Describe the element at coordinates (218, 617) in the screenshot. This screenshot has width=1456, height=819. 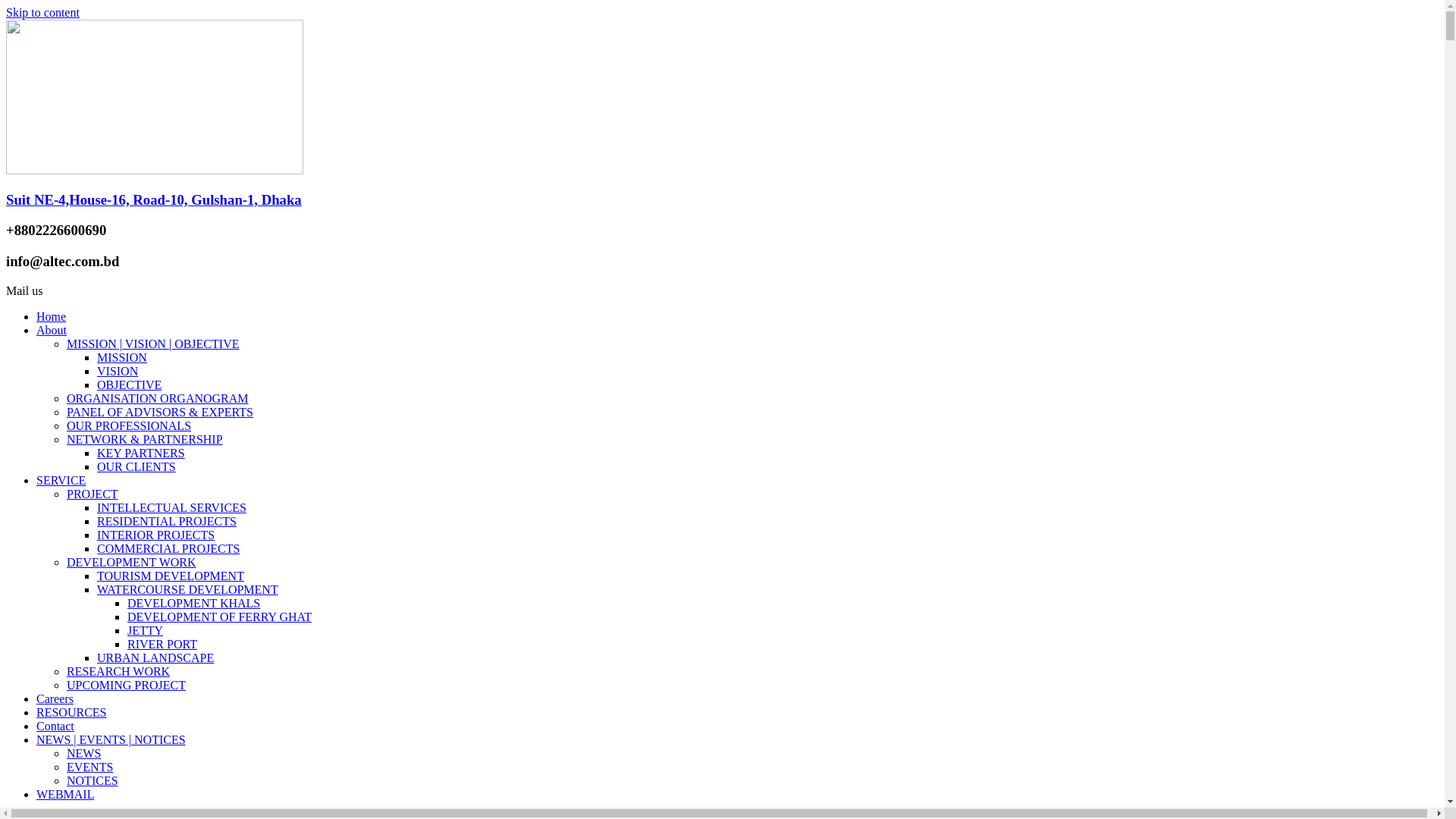
I see `'DEVELOPMENT OF FERRY GHAT'` at that location.